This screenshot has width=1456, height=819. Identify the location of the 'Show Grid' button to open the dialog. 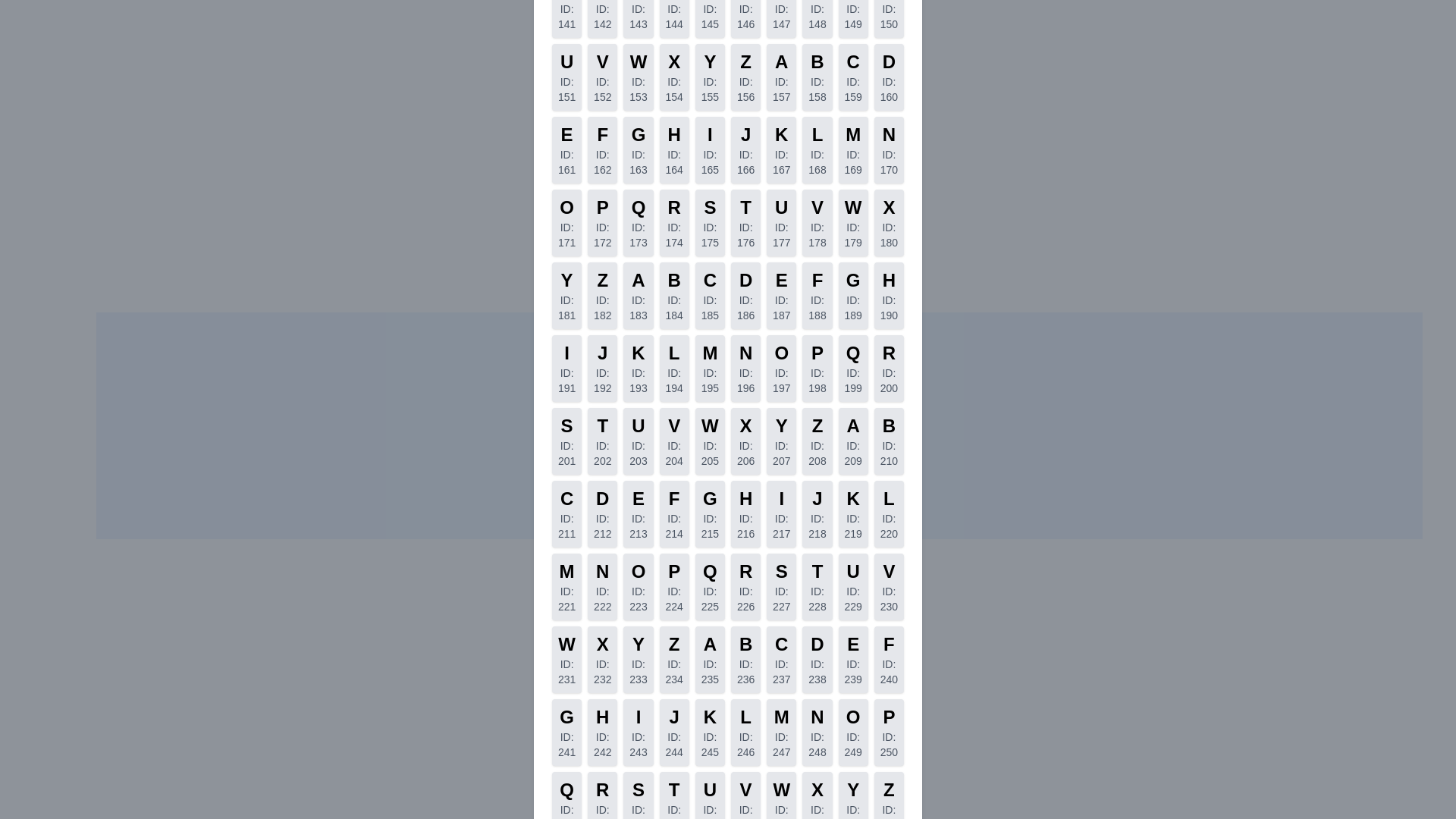
(759, 721).